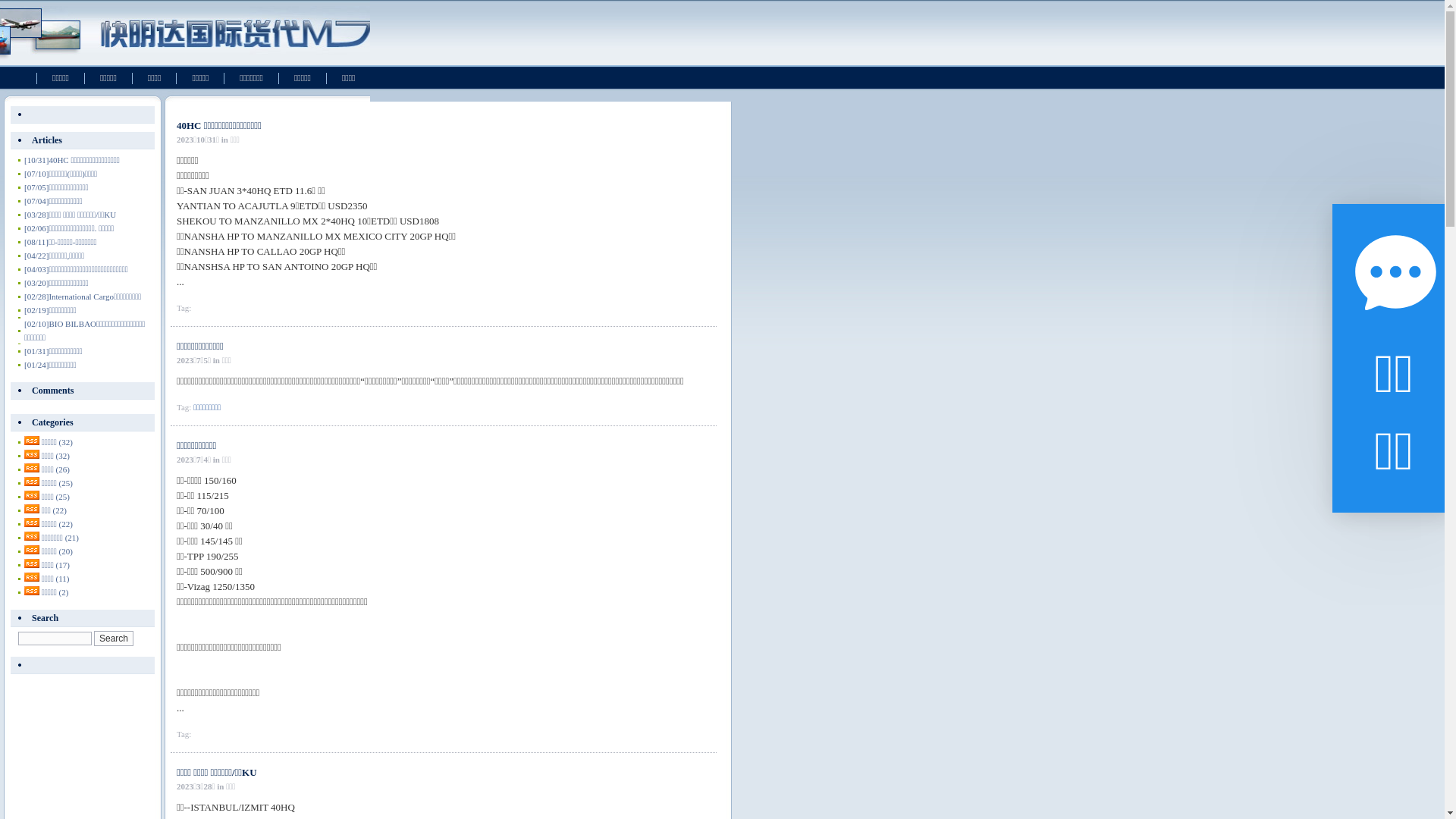 The width and height of the screenshot is (1456, 819). Describe the element at coordinates (82, 665) in the screenshot. I see `' '` at that location.